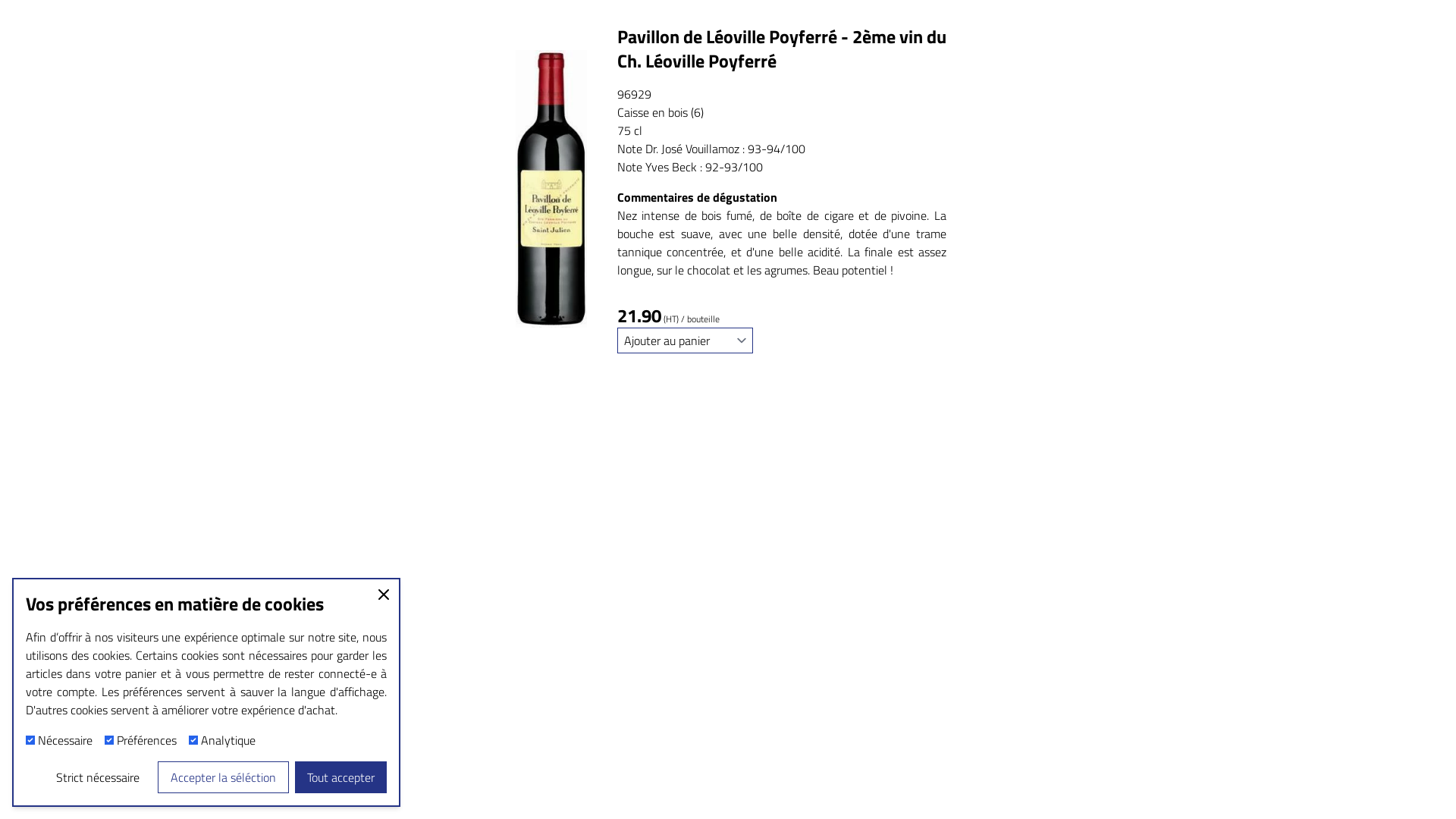  I want to click on 'Tout accepter', so click(340, 777).